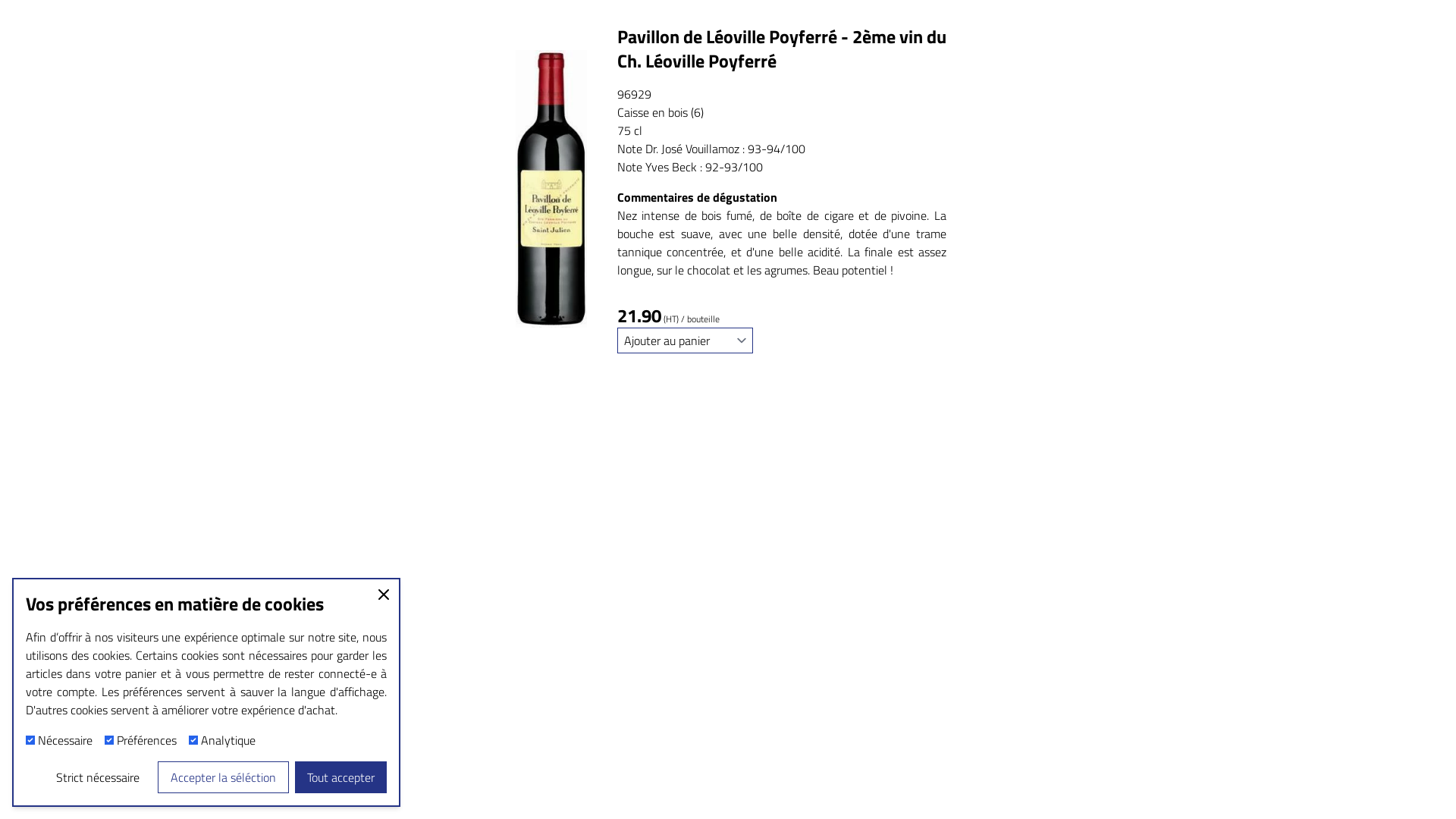  I want to click on 'Tout accepter', so click(340, 777).